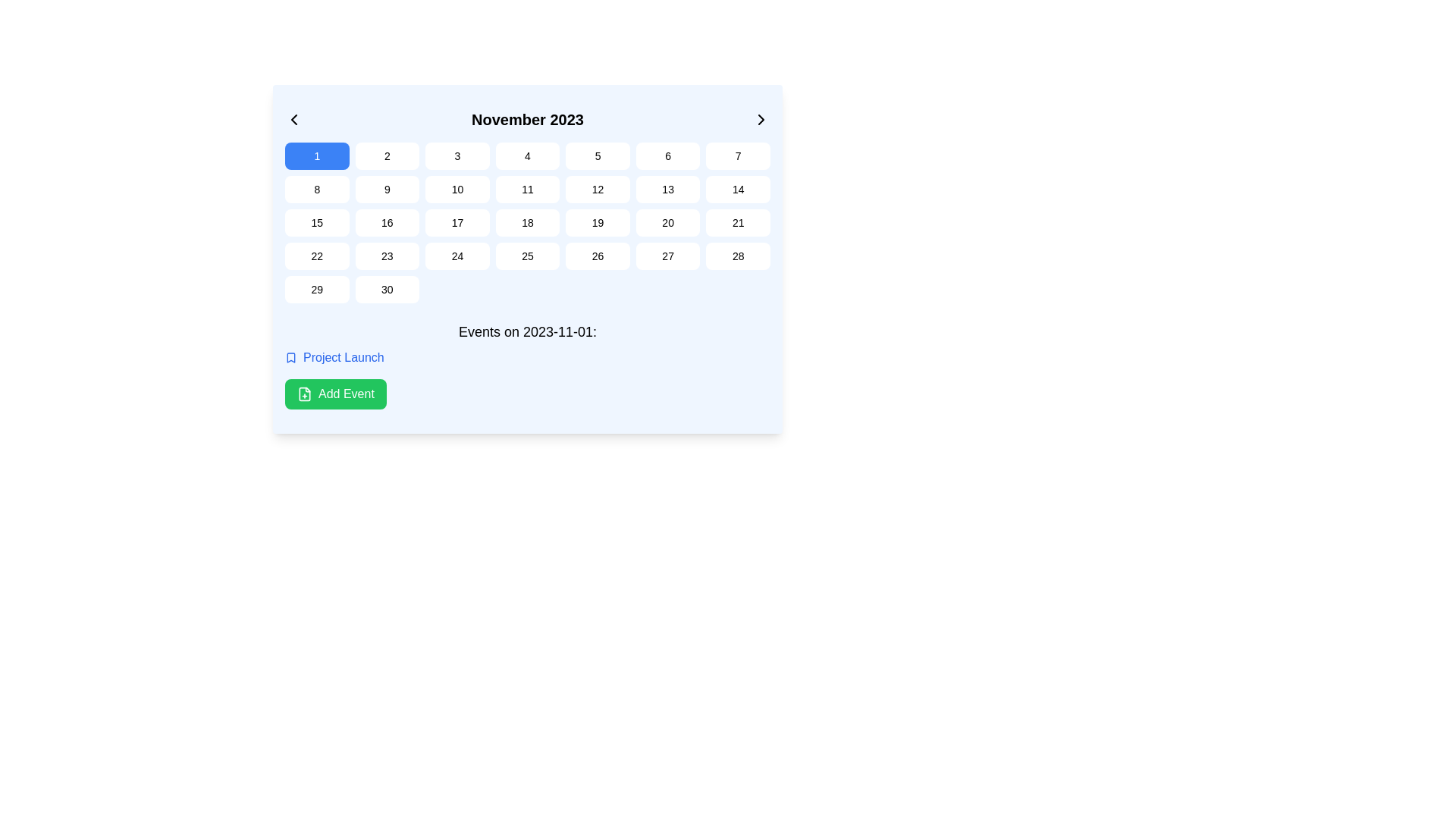 Image resolution: width=1456 pixels, height=819 pixels. I want to click on the file icon with a plus symbol located on the left segment of the green 'Add Event' button in the calendar interface, so click(304, 393).